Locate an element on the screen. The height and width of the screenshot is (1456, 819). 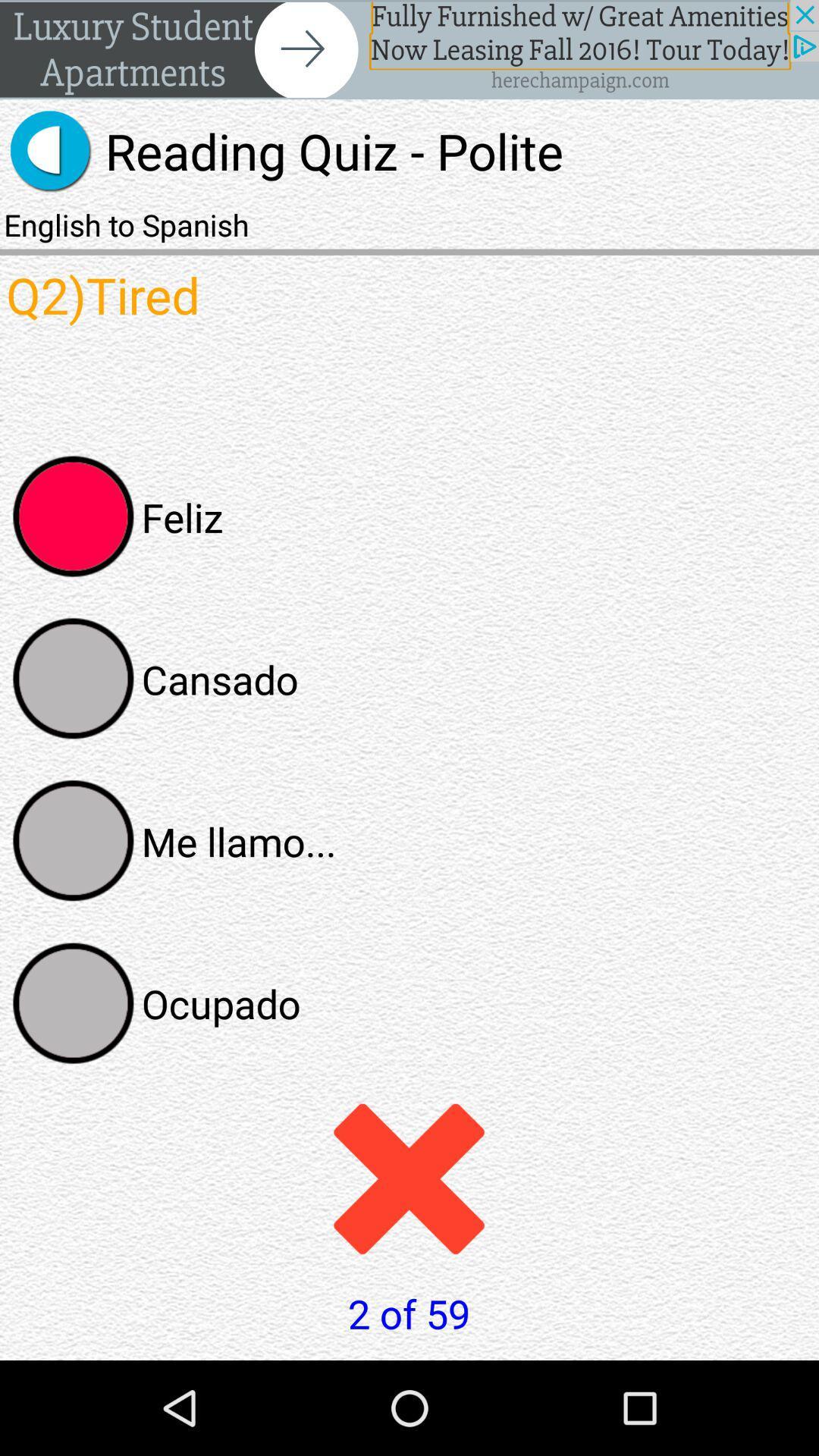
advertisement is located at coordinates (409, 49).